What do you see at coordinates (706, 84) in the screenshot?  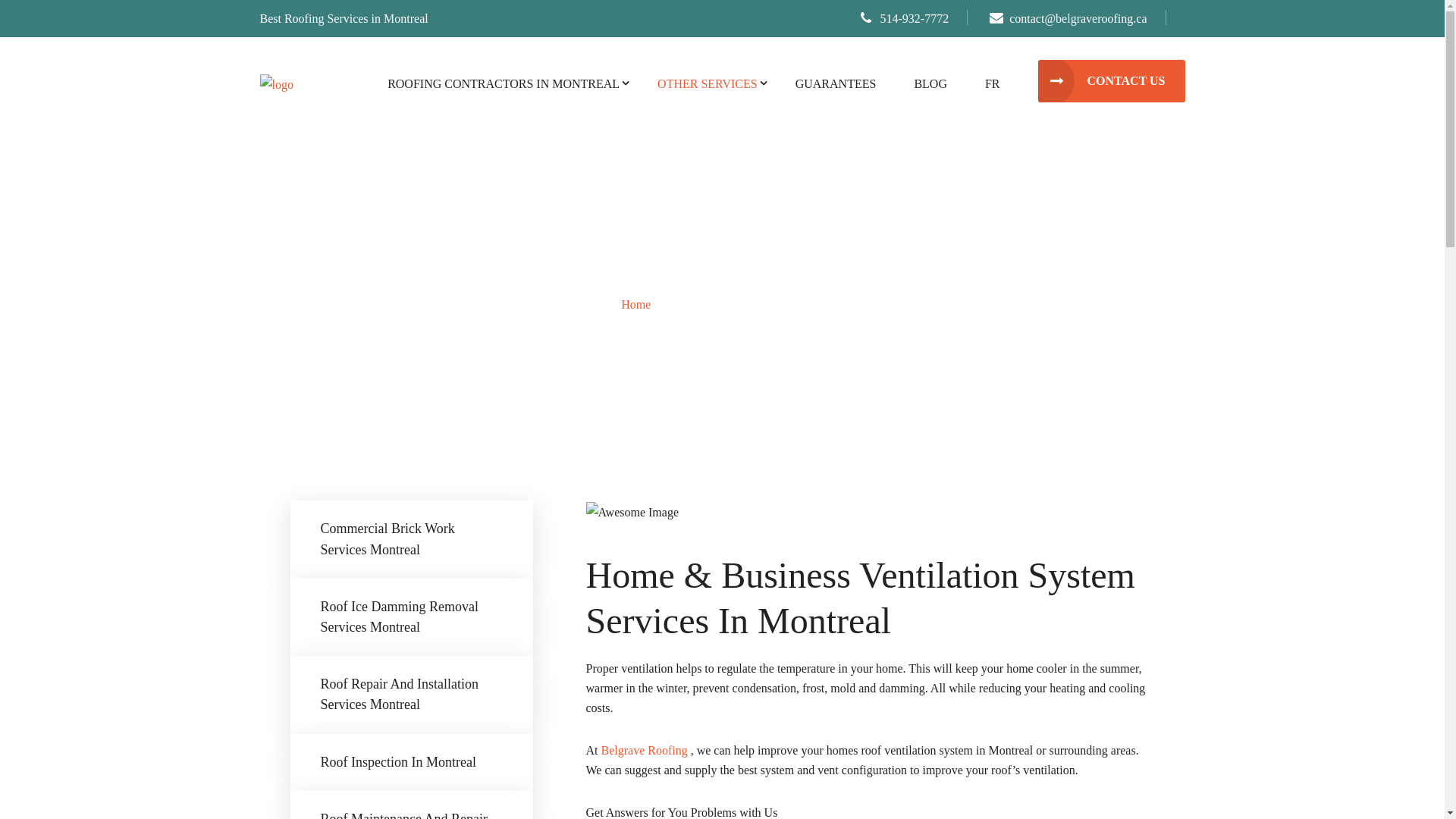 I see `'OTHER SERVICES'` at bounding box center [706, 84].